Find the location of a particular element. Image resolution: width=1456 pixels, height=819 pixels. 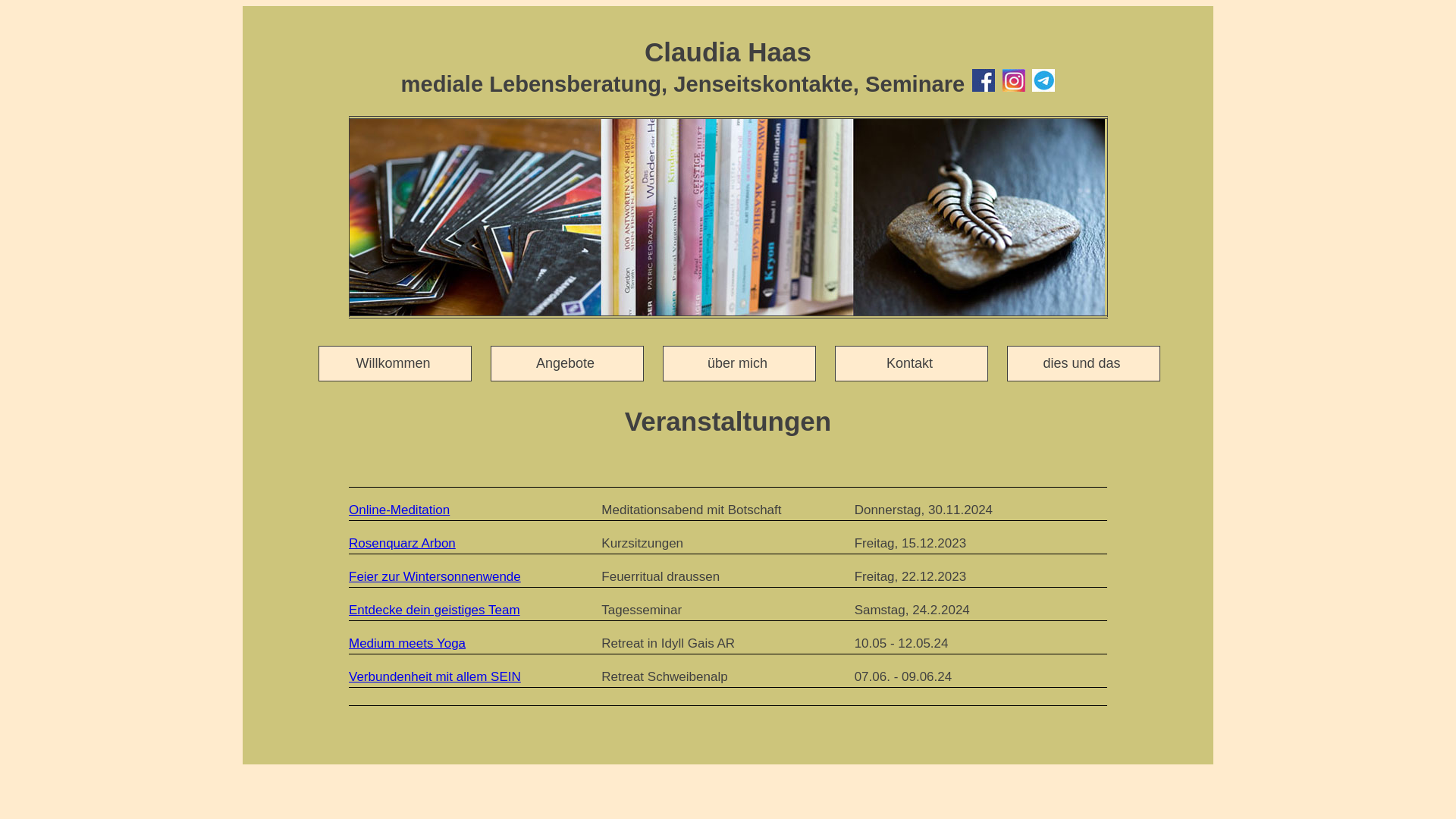

'Verbundenheit mit allem SEIN' is located at coordinates (434, 676).